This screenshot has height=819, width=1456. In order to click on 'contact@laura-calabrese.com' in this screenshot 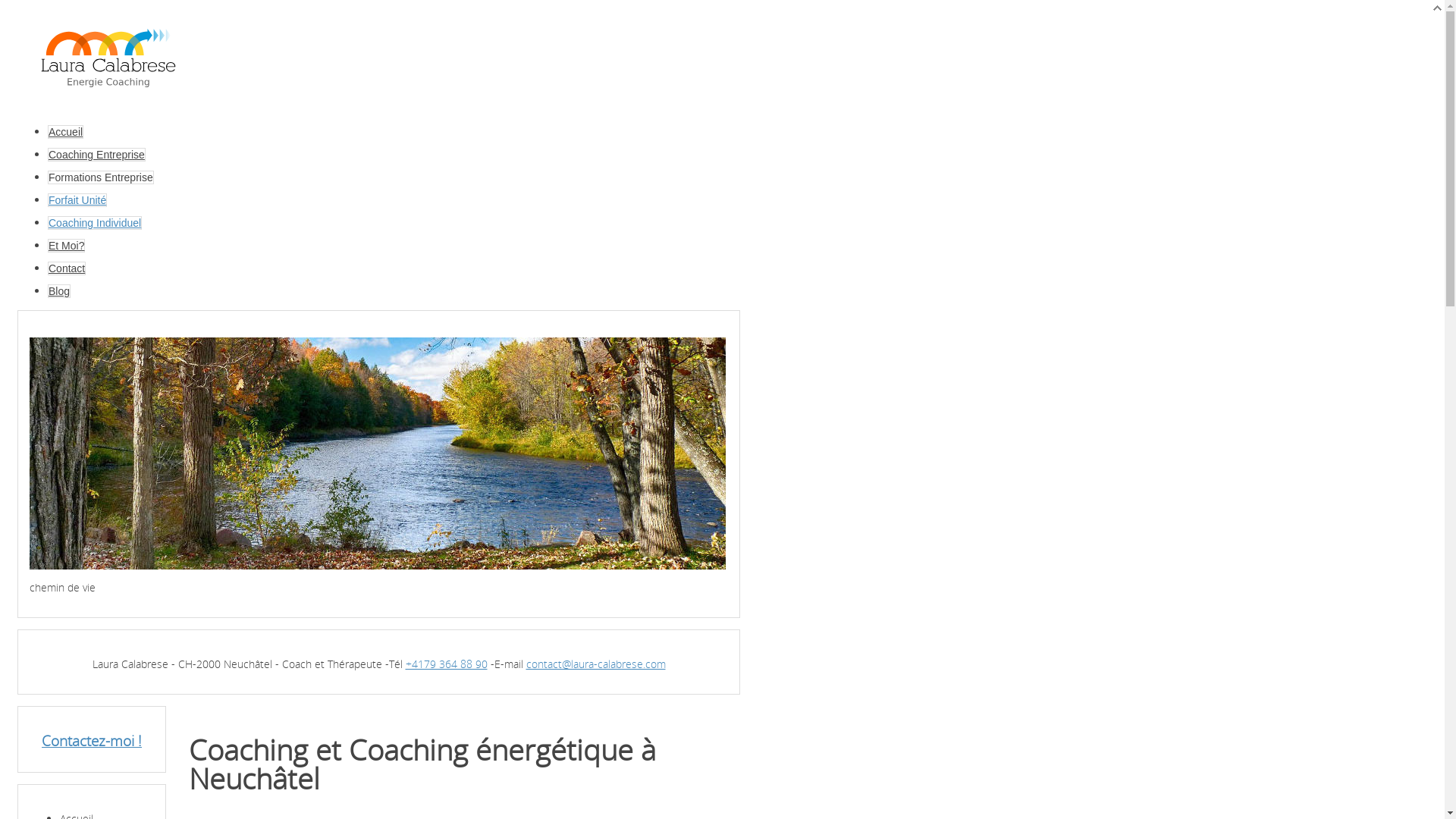, I will do `click(595, 663)`.